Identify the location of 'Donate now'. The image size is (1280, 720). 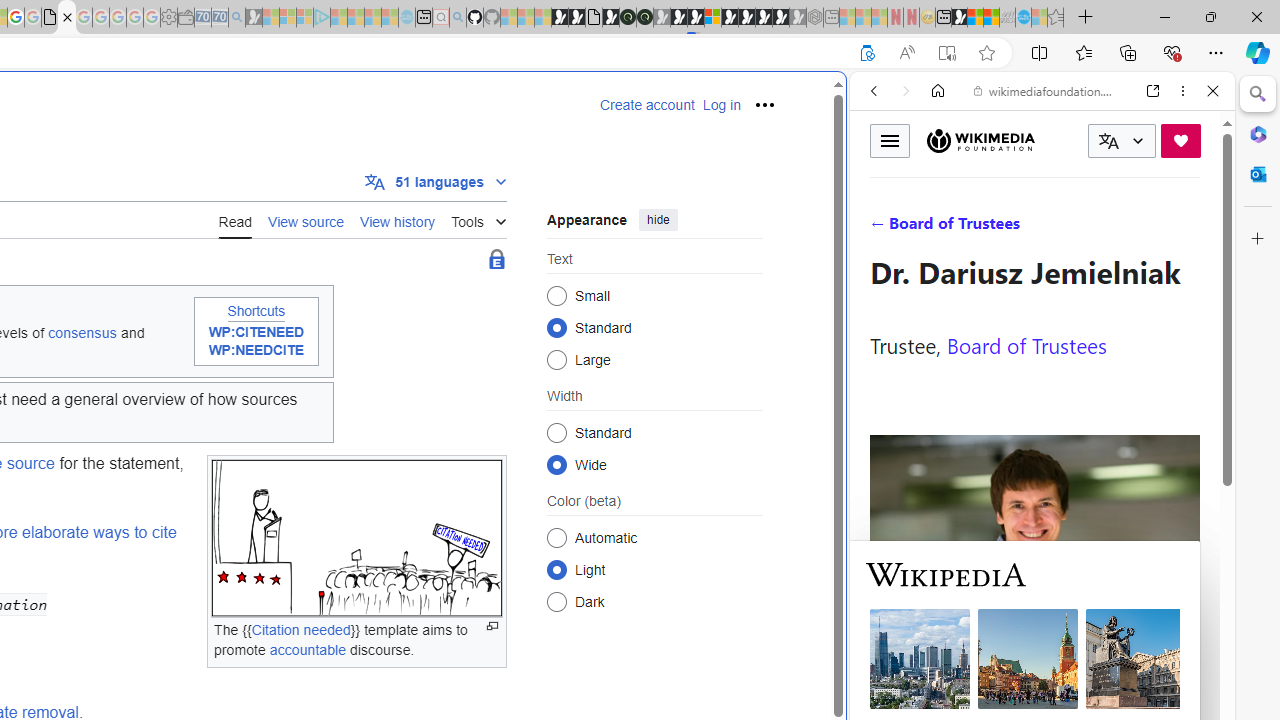
(1180, 139).